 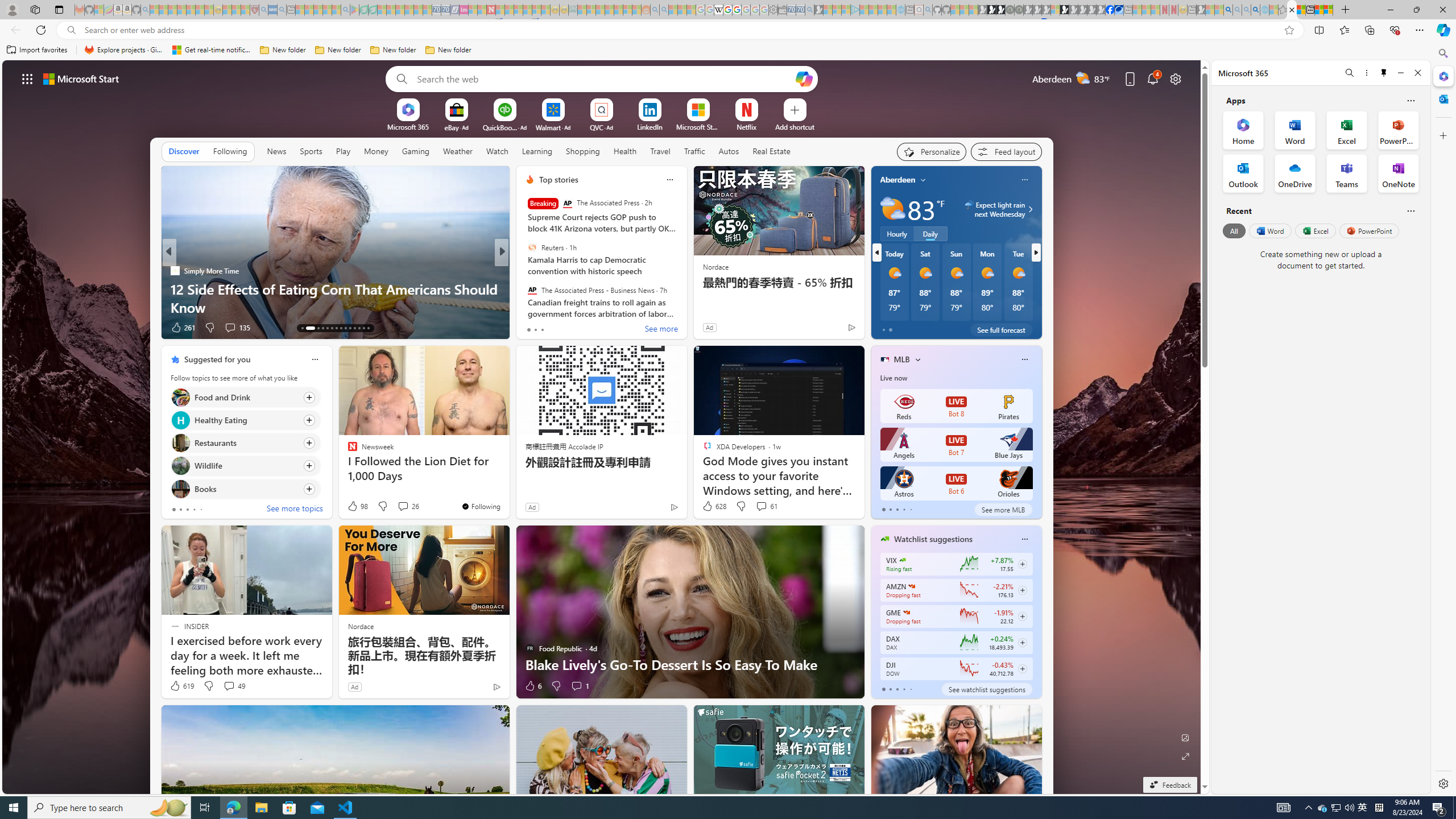 I want to click on 'CBOE Market Volatility Index', so click(x=901, y=560).